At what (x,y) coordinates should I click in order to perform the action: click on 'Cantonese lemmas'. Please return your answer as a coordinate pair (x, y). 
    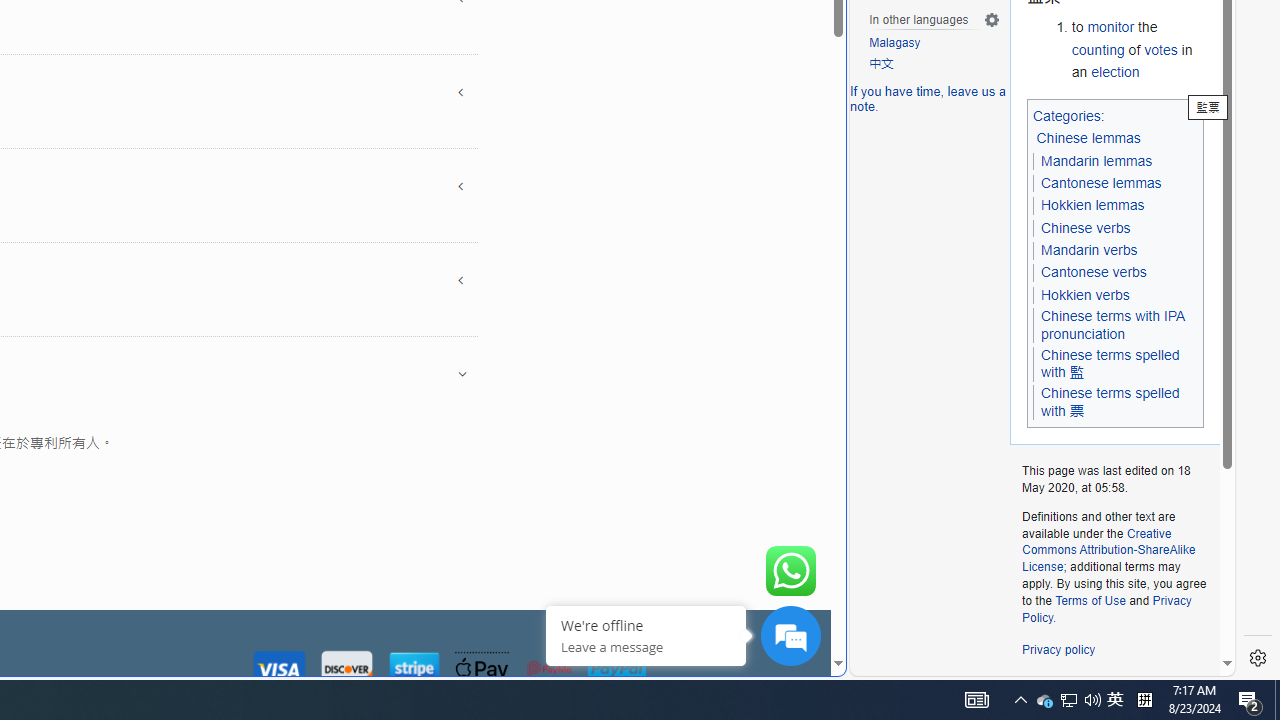
    Looking at the image, I should click on (1100, 182).